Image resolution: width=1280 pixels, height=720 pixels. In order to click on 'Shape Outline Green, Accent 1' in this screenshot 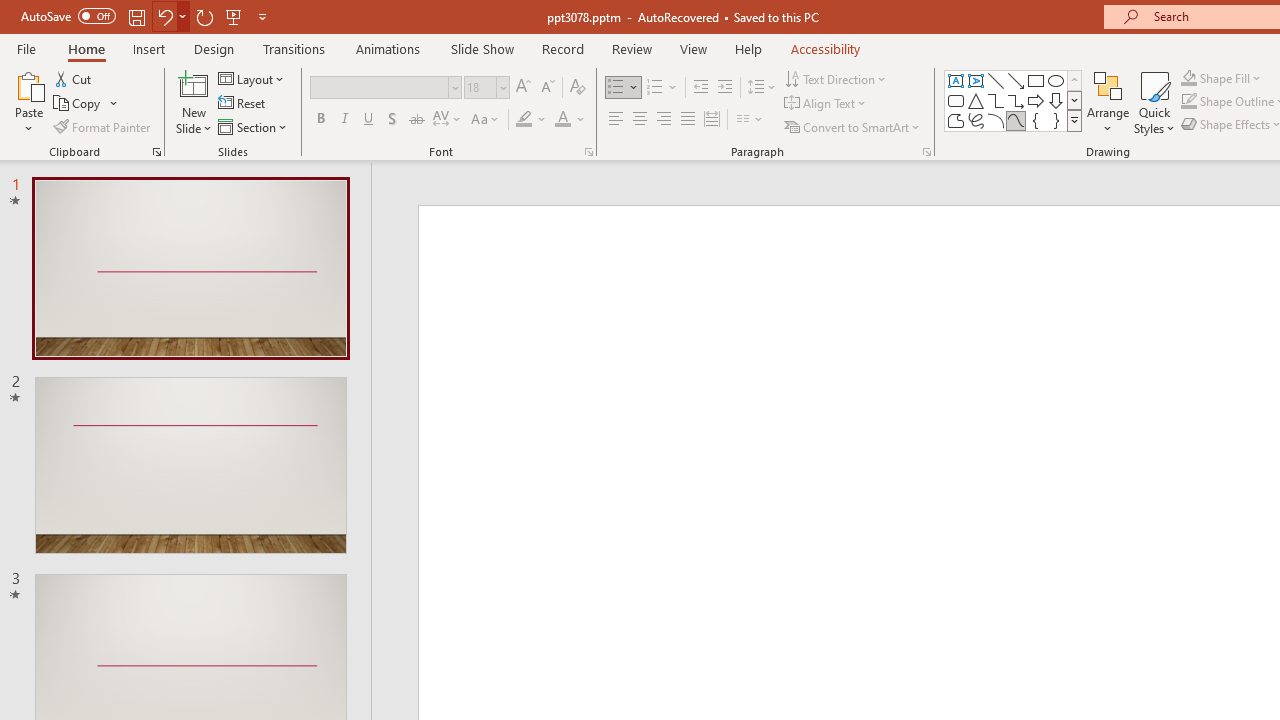, I will do `click(1189, 101)`.